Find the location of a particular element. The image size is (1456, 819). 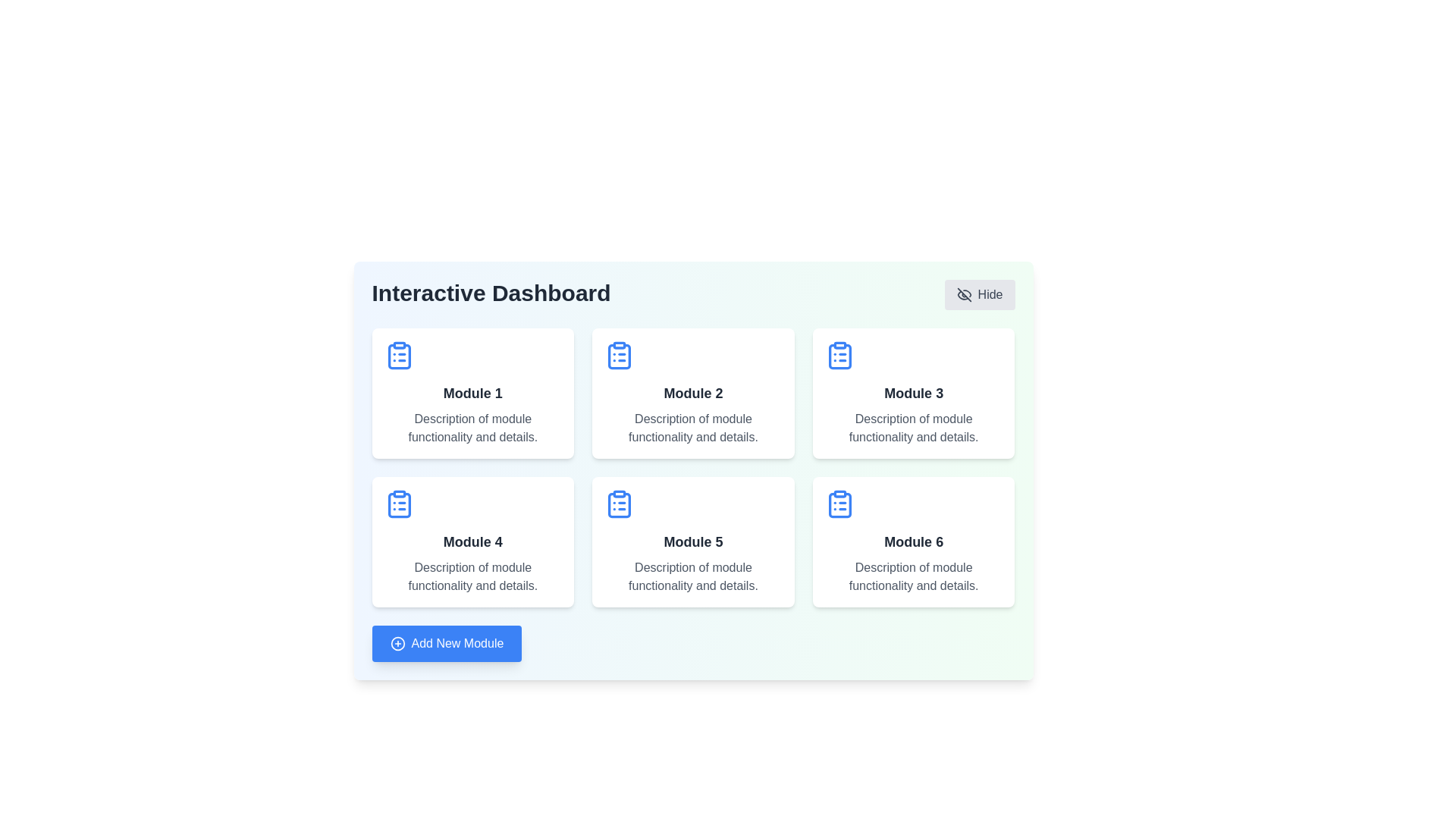

the text label reading 'Module 1', which is styled with a bold font and larger size, located in the first row and first column of the grid layout, positioned between an icon above and descriptive text below is located at coordinates (472, 393).